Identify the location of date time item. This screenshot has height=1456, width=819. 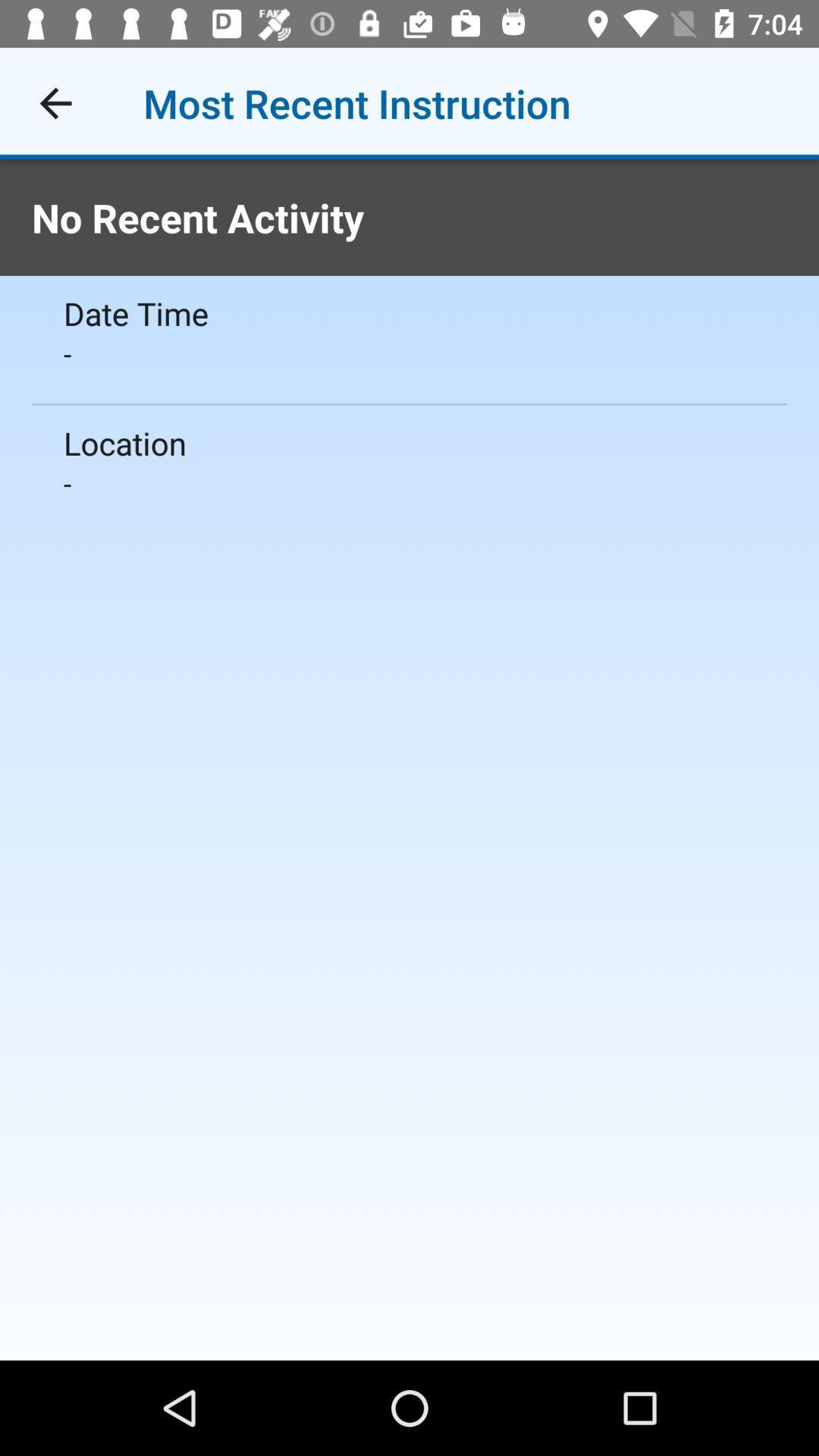
(409, 312).